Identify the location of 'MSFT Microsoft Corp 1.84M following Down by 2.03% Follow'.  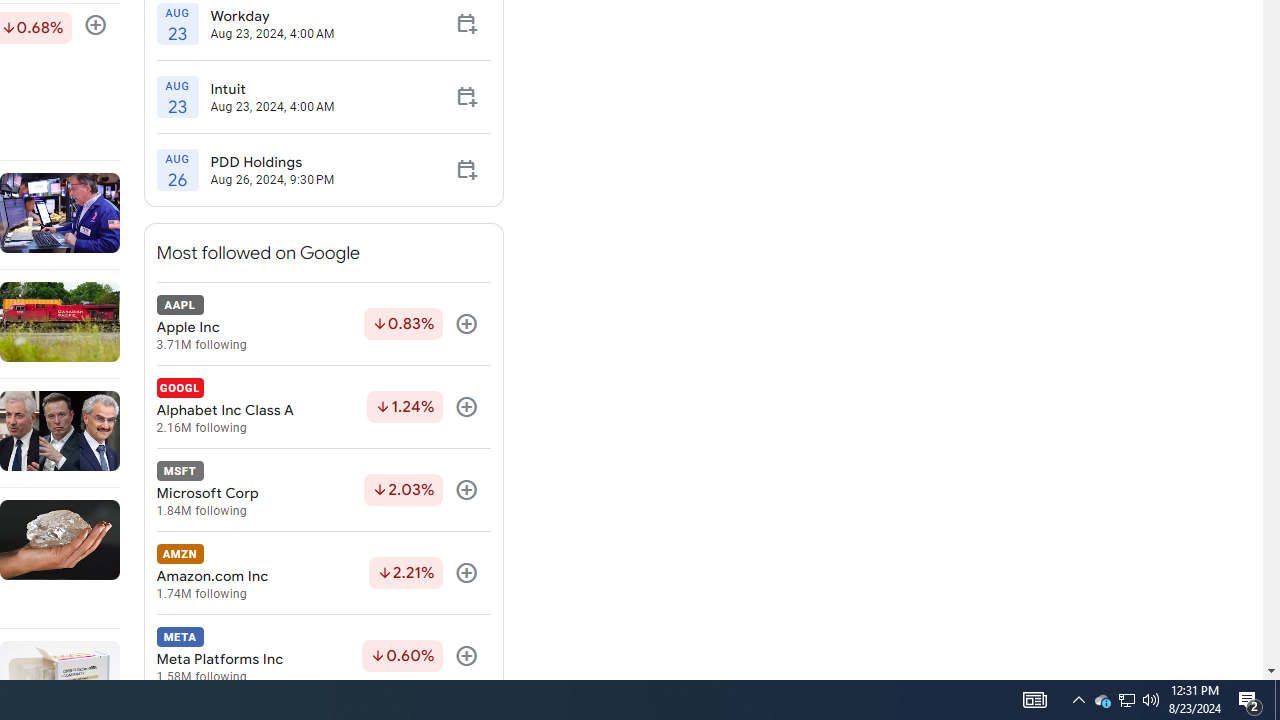
(323, 490).